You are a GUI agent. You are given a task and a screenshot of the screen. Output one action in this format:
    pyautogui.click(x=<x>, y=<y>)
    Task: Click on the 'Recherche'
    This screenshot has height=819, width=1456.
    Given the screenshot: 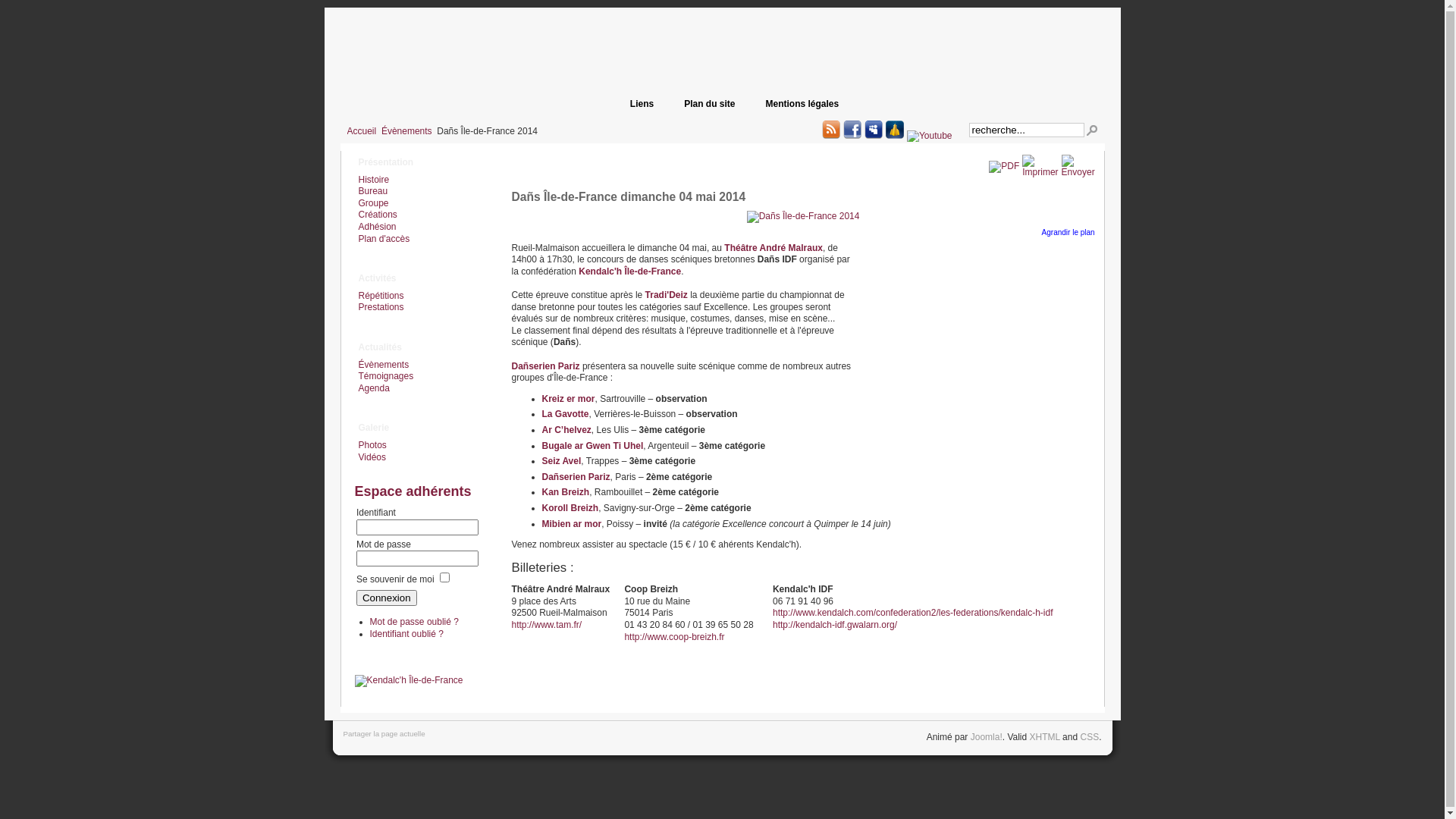 What is the action you would take?
    pyautogui.click(x=1090, y=130)
    